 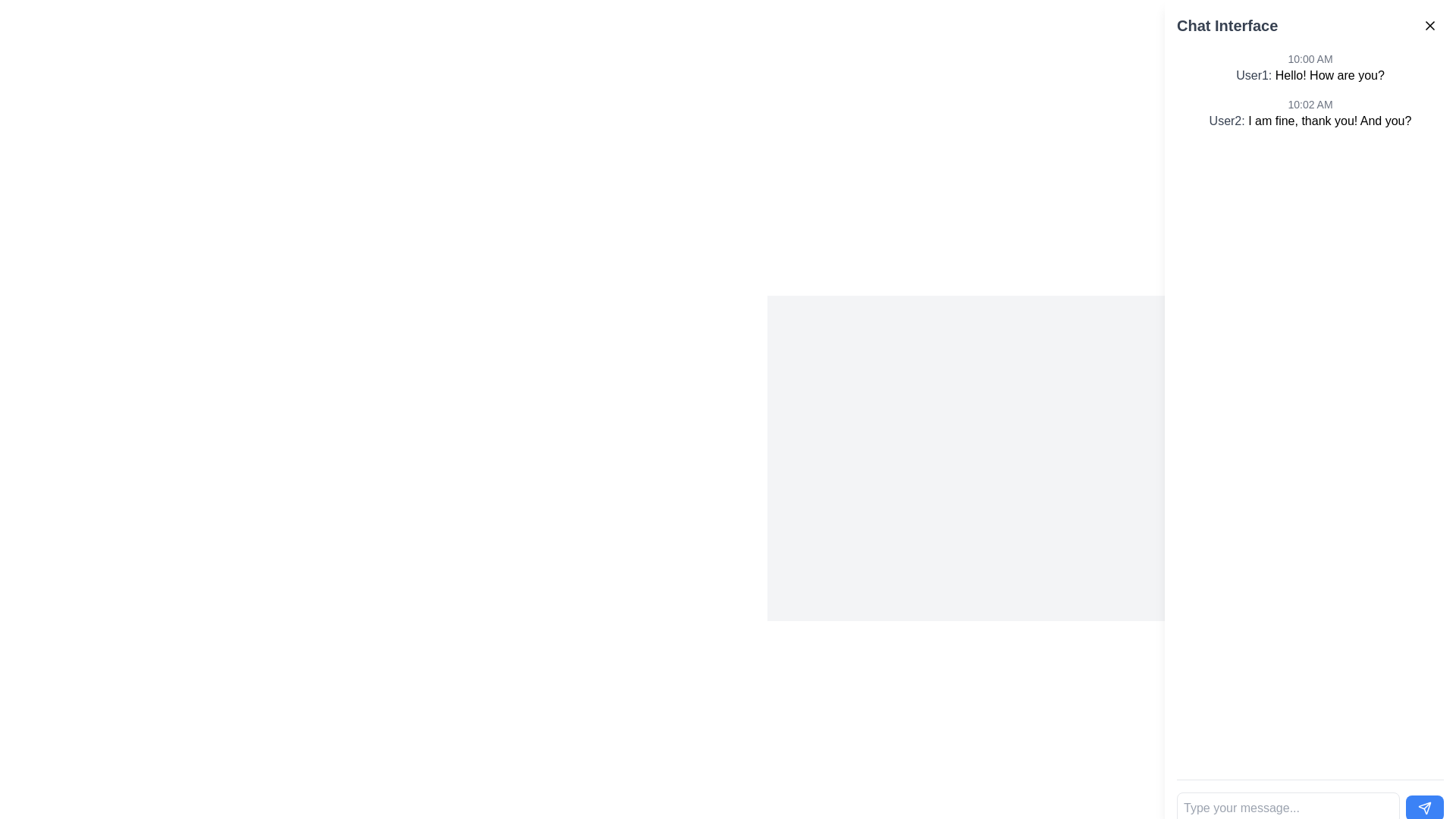 I want to click on text displayed on the bold, large-sized text label 'Chat Interface' located at the top of the right-side panel of the chat interface, so click(x=1227, y=26).